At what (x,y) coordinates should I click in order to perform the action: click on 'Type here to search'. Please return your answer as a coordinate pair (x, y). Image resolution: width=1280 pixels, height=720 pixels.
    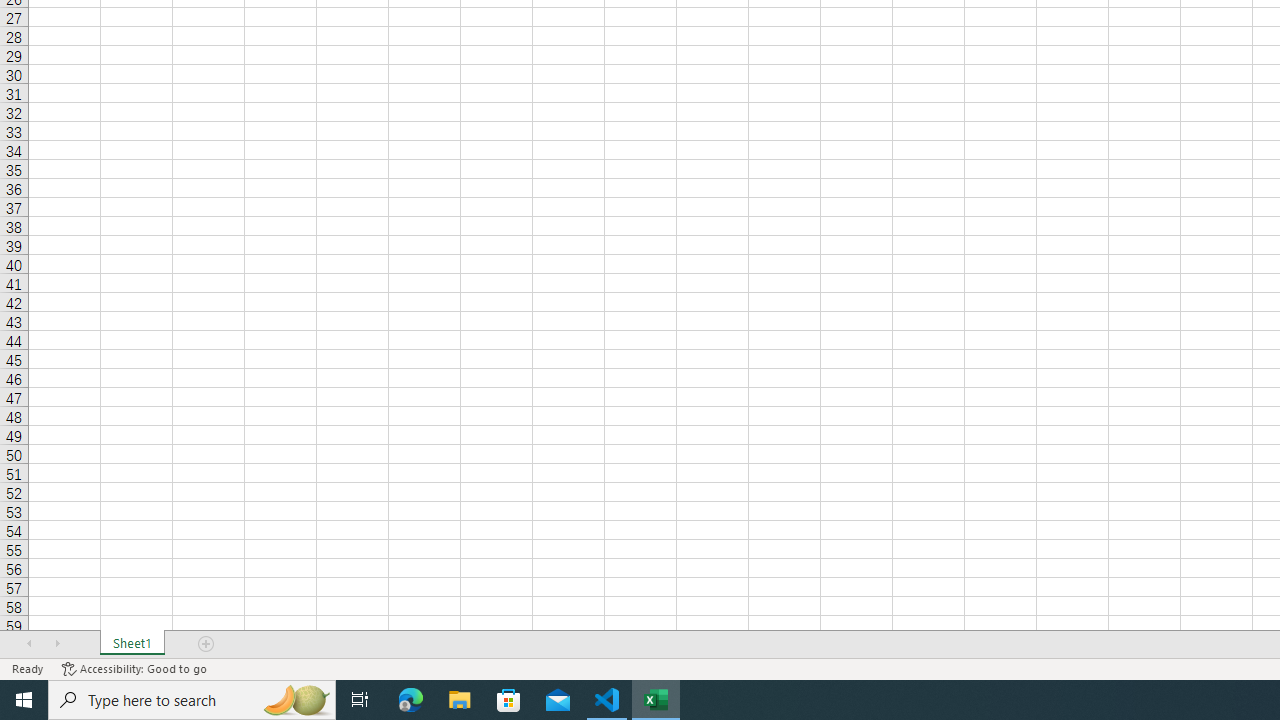
    Looking at the image, I should click on (192, 698).